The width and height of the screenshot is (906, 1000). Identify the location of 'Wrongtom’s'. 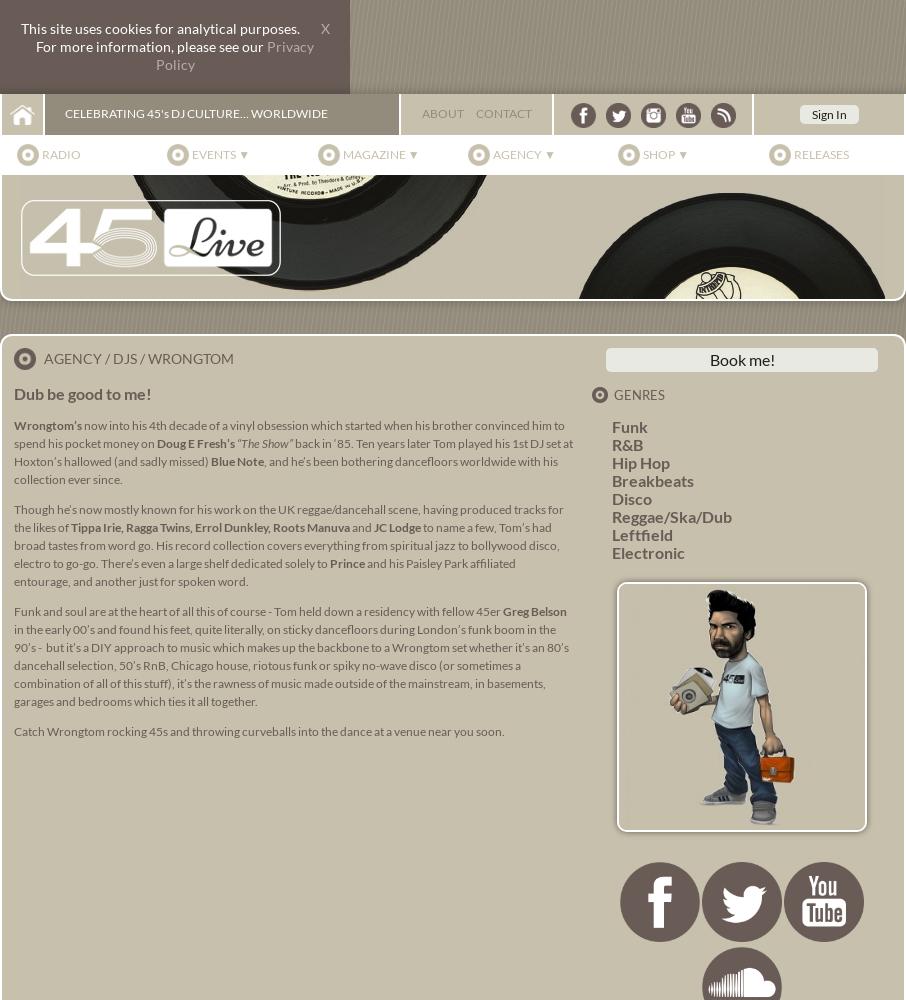
(48, 425).